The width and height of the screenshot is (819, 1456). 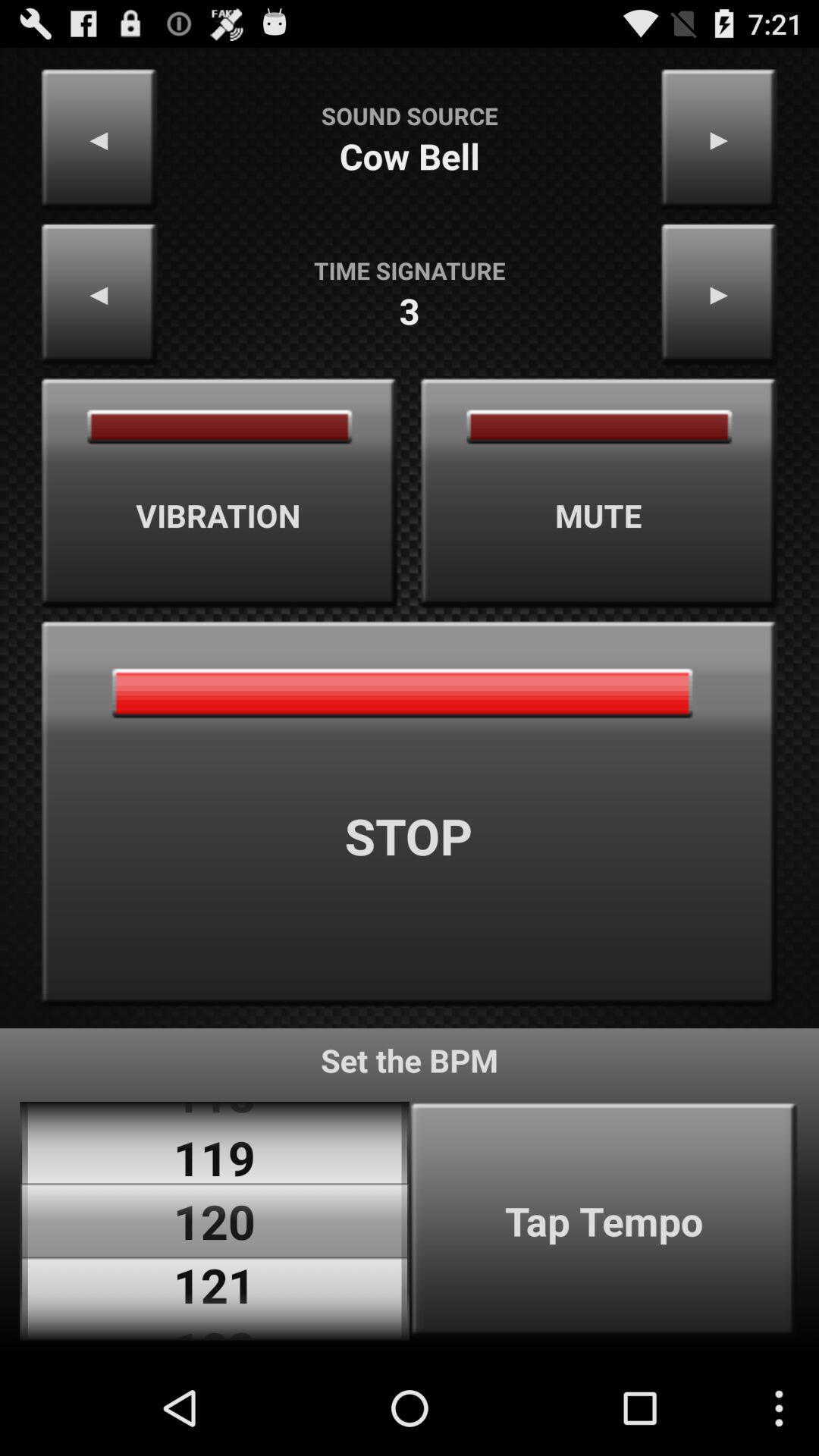 What do you see at coordinates (598, 493) in the screenshot?
I see `item next to vibration icon` at bounding box center [598, 493].